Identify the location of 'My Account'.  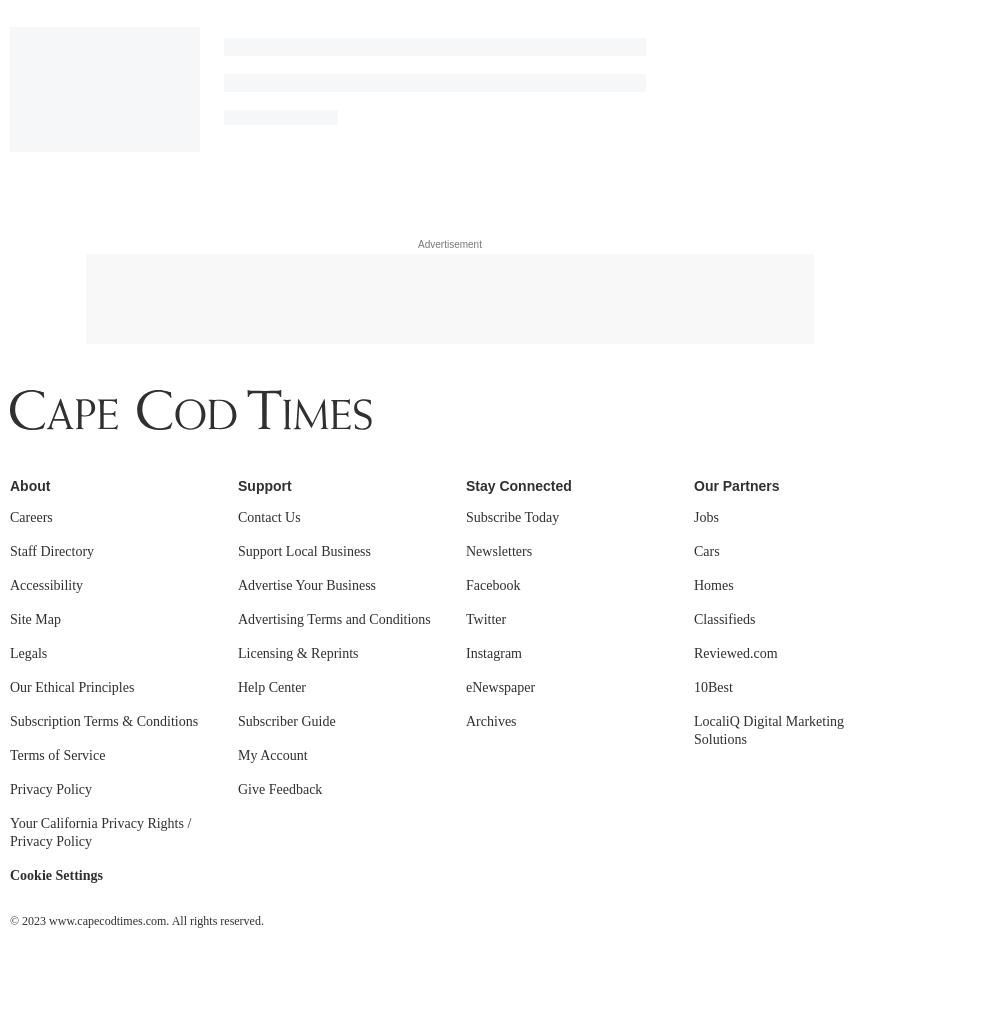
(272, 196).